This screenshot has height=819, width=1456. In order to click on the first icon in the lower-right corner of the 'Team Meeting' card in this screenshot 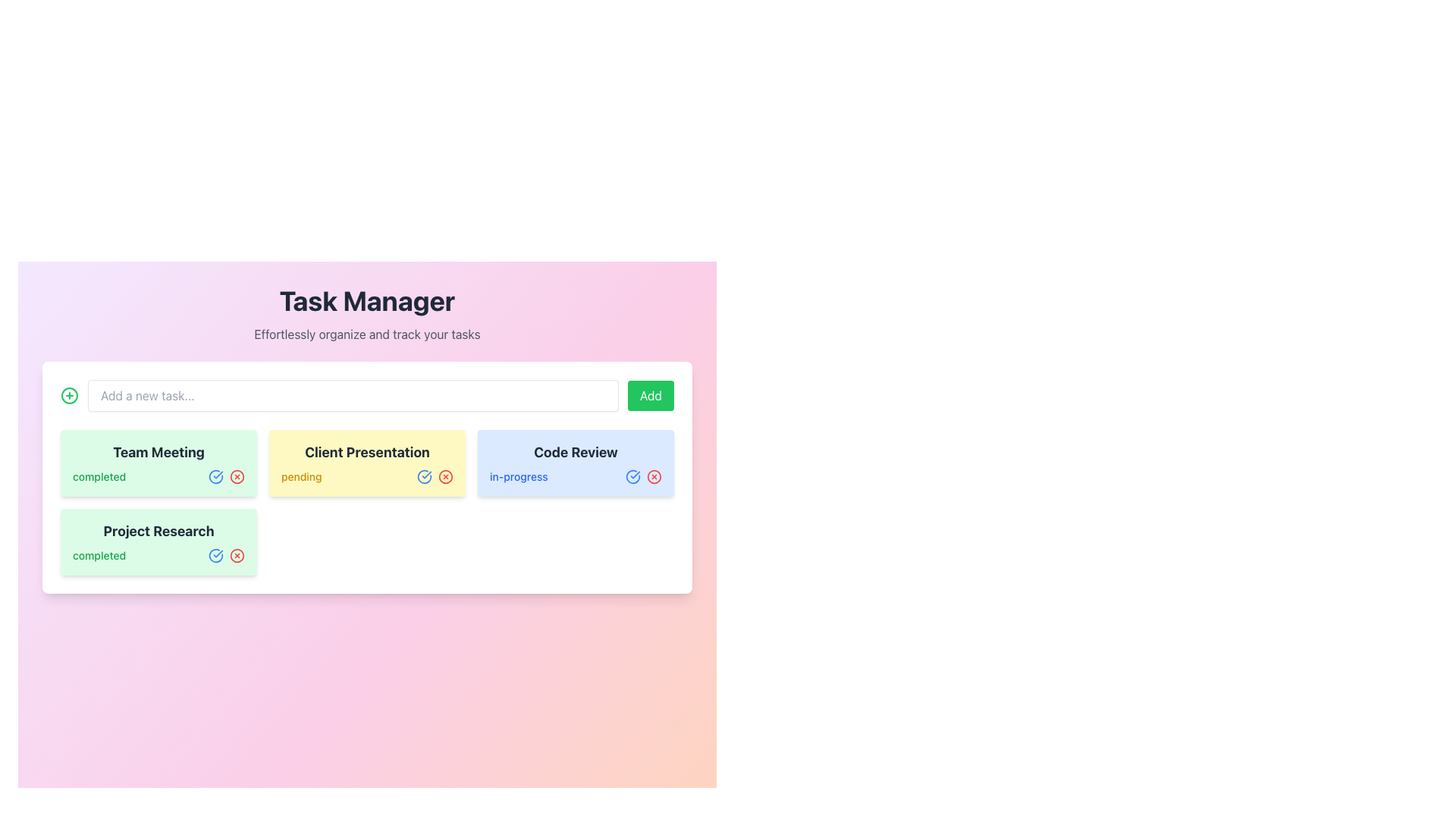, I will do `click(215, 475)`.